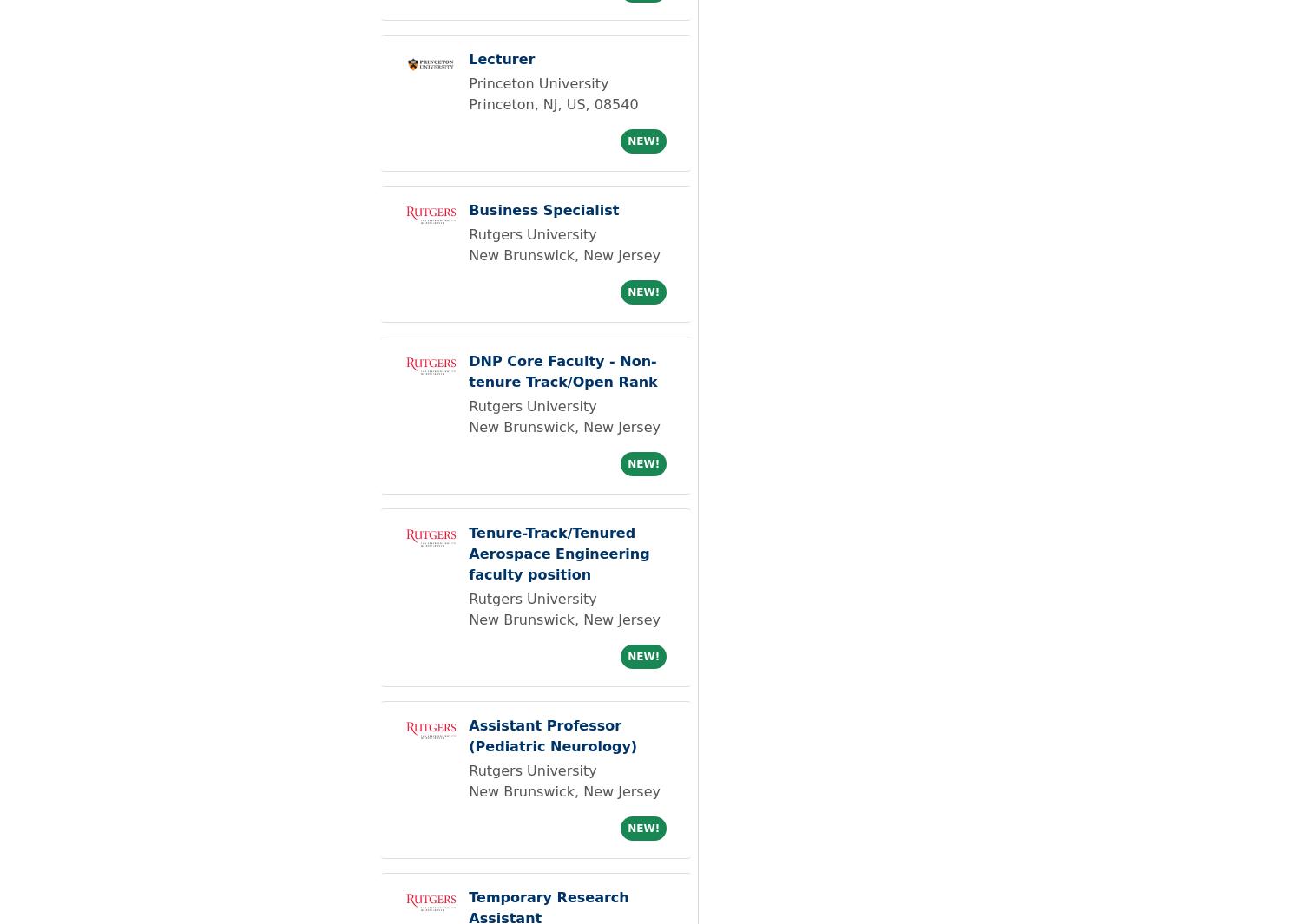 The height and width of the screenshot is (924, 1302). Describe the element at coordinates (469, 103) in the screenshot. I see `'Princeton, NJ, US, 08540'` at that location.